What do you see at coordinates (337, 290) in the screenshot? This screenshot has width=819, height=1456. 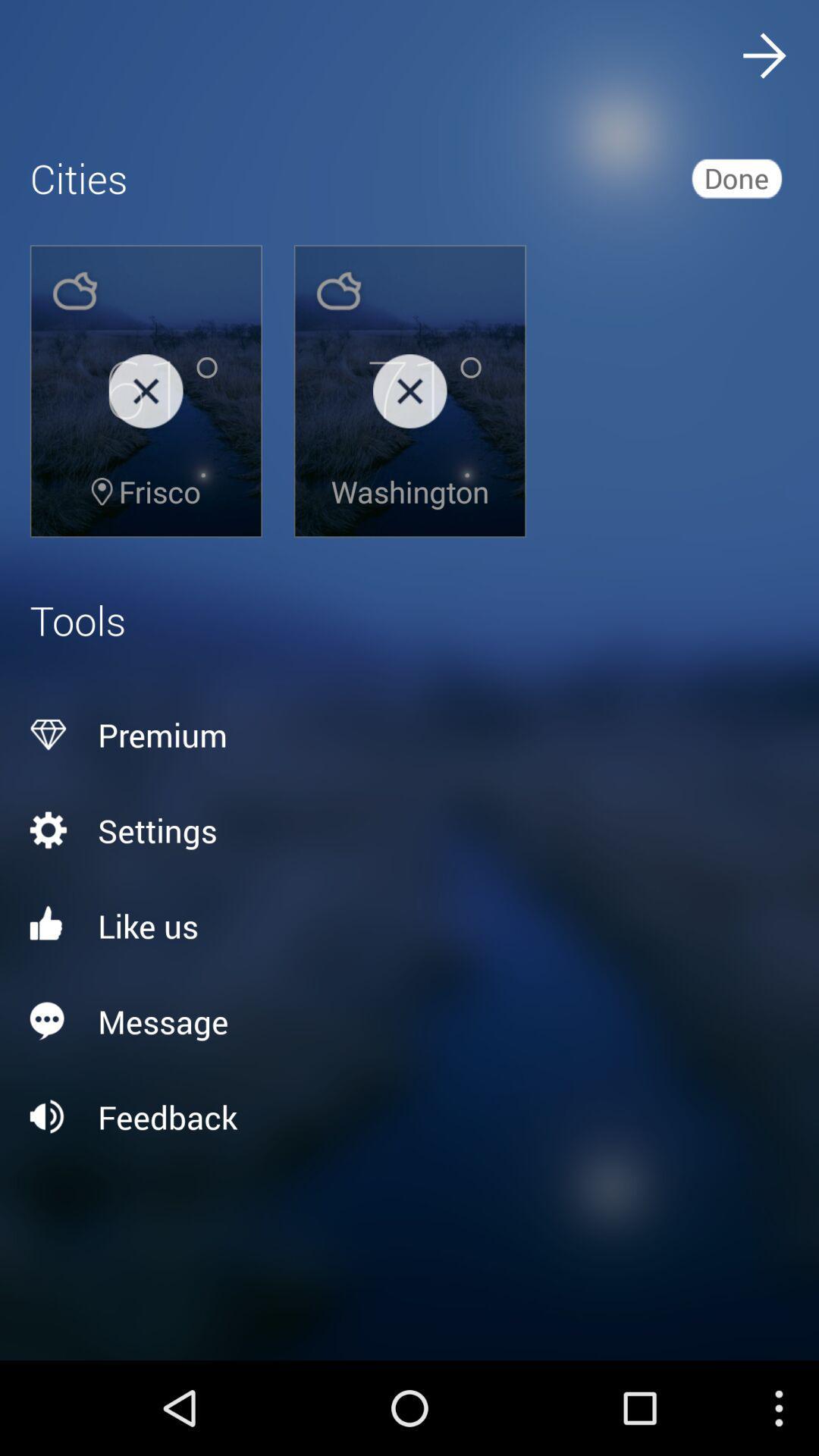 I see `the image above 71 in the second image` at bounding box center [337, 290].